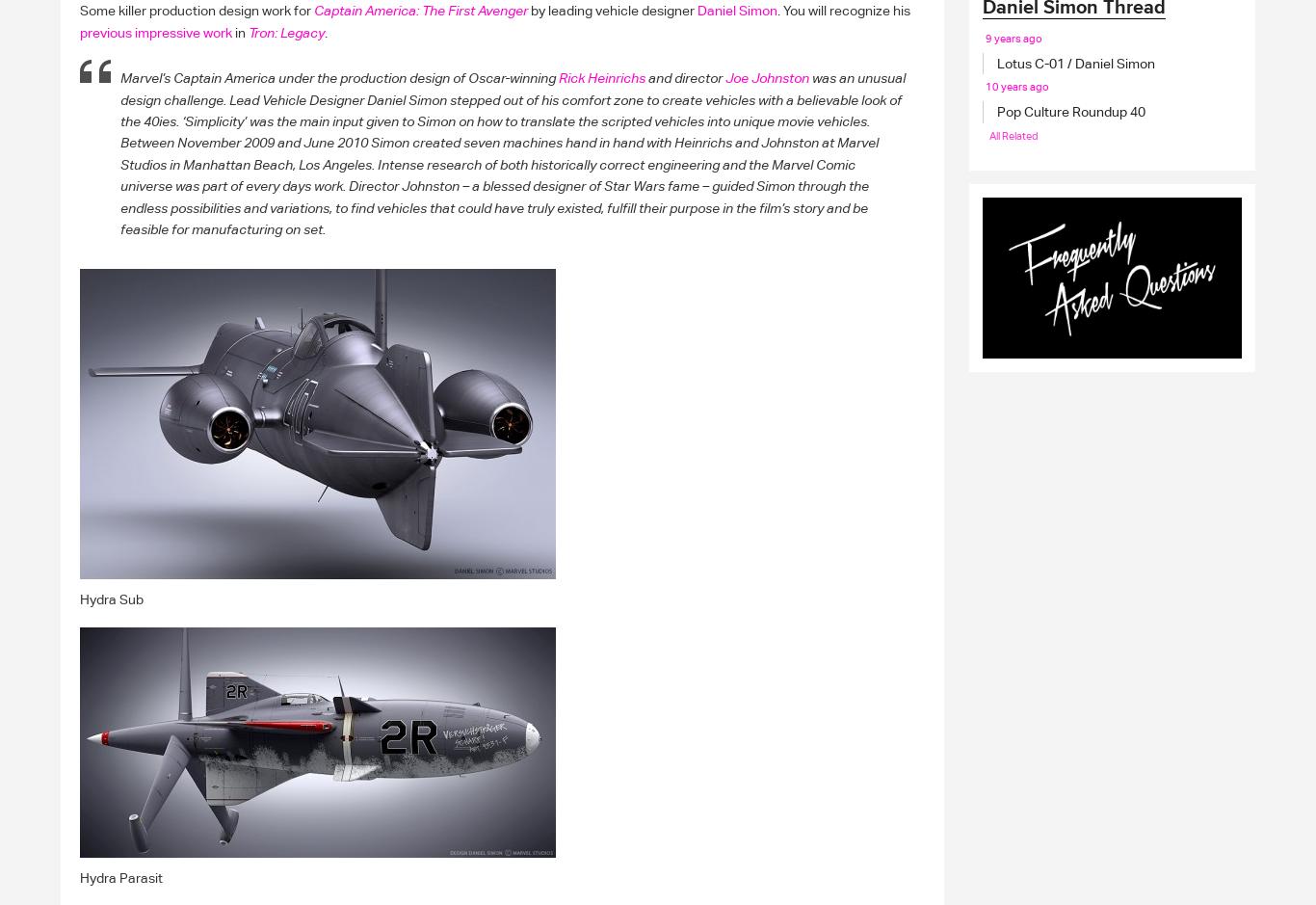  Describe the element at coordinates (996, 63) in the screenshot. I see `'Lotus C-01 / Daniel Simon'` at that location.